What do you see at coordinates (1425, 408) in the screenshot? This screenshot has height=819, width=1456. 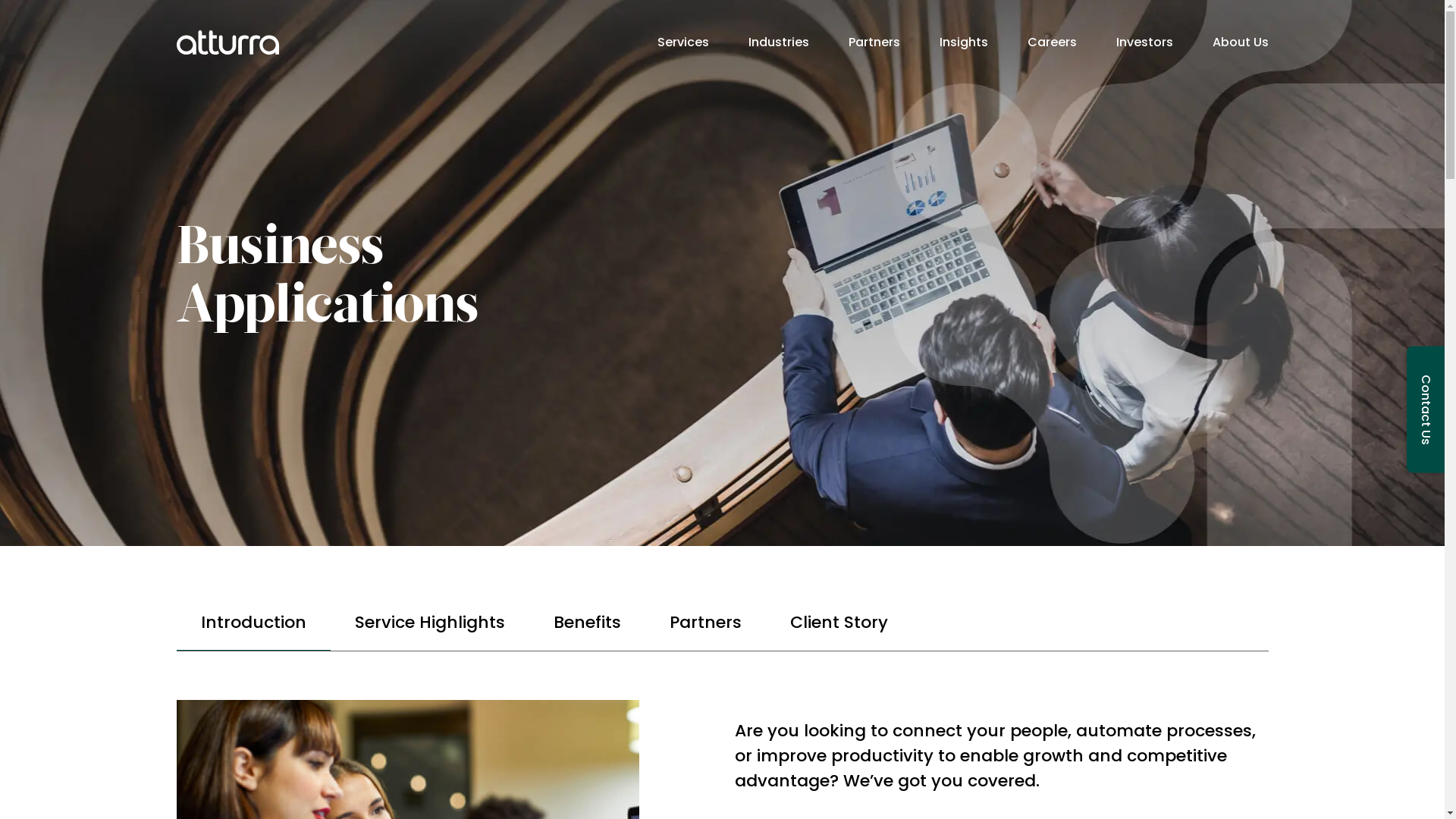 I see `'Contact Us'` at bounding box center [1425, 408].